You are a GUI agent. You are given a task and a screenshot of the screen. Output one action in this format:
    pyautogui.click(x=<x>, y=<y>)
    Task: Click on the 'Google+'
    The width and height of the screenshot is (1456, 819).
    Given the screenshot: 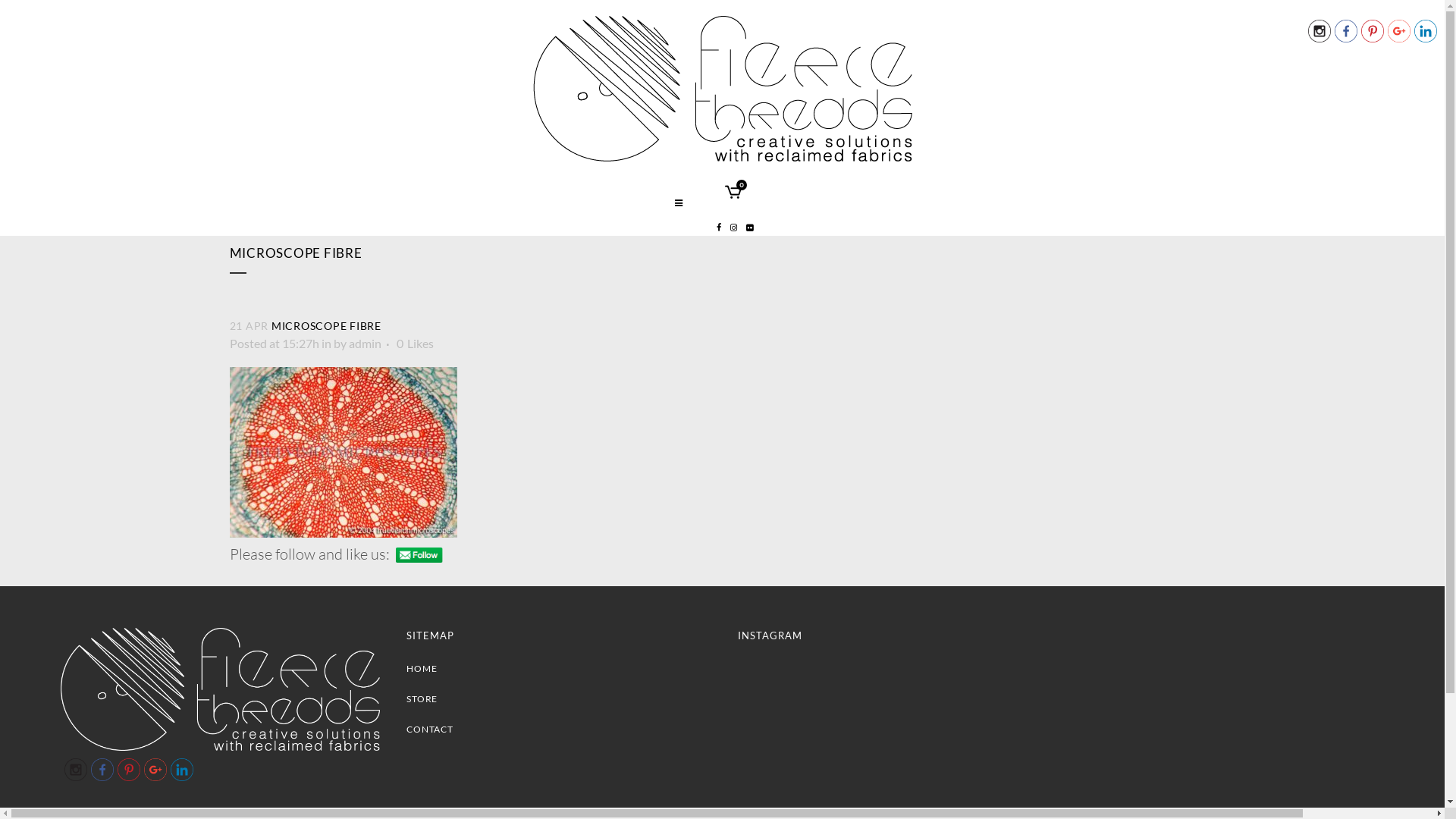 What is the action you would take?
    pyautogui.click(x=1398, y=31)
    